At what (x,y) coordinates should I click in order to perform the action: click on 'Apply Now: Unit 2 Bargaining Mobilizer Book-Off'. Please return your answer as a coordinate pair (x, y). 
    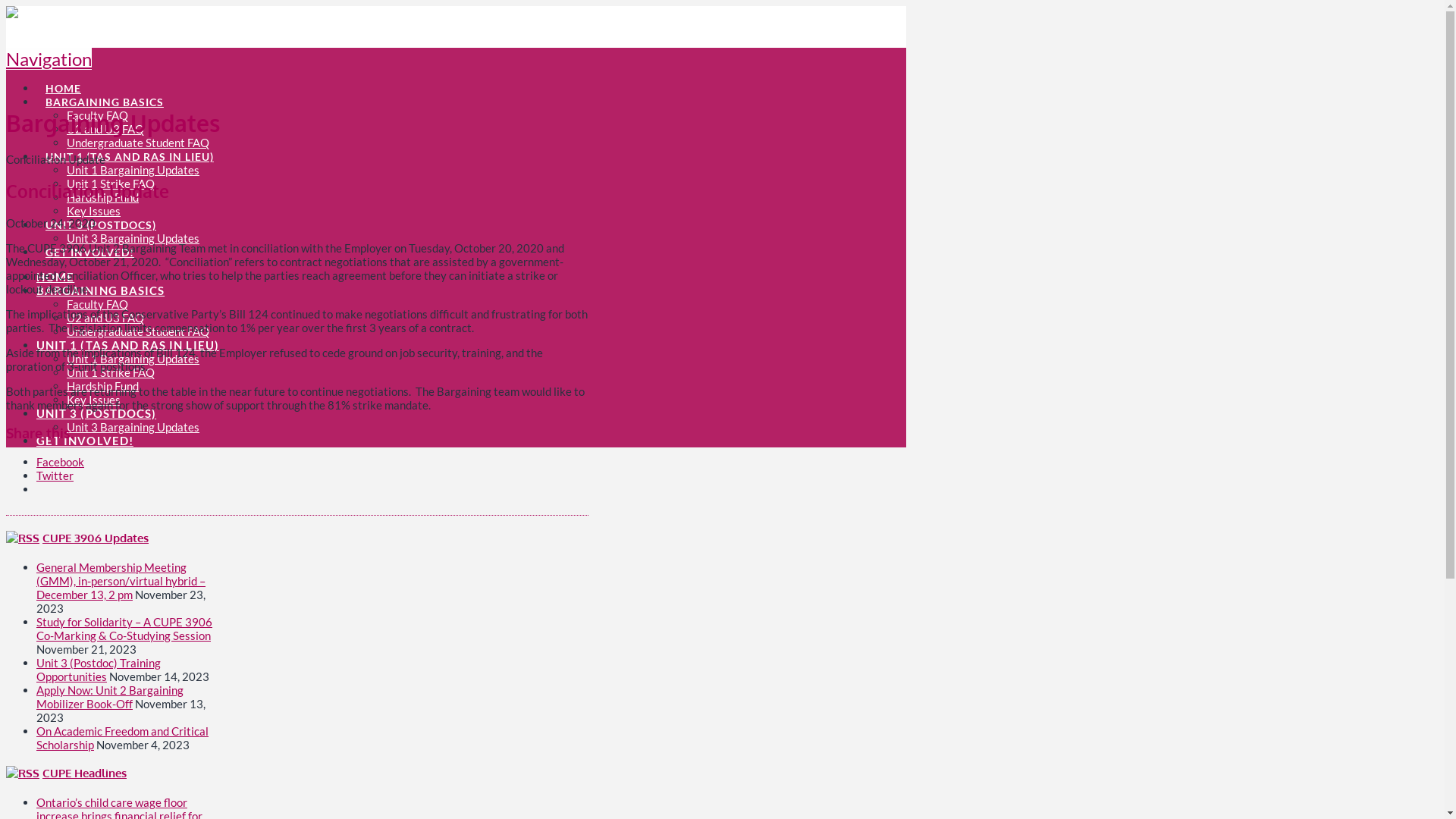
    Looking at the image, I should click on (108, 696).